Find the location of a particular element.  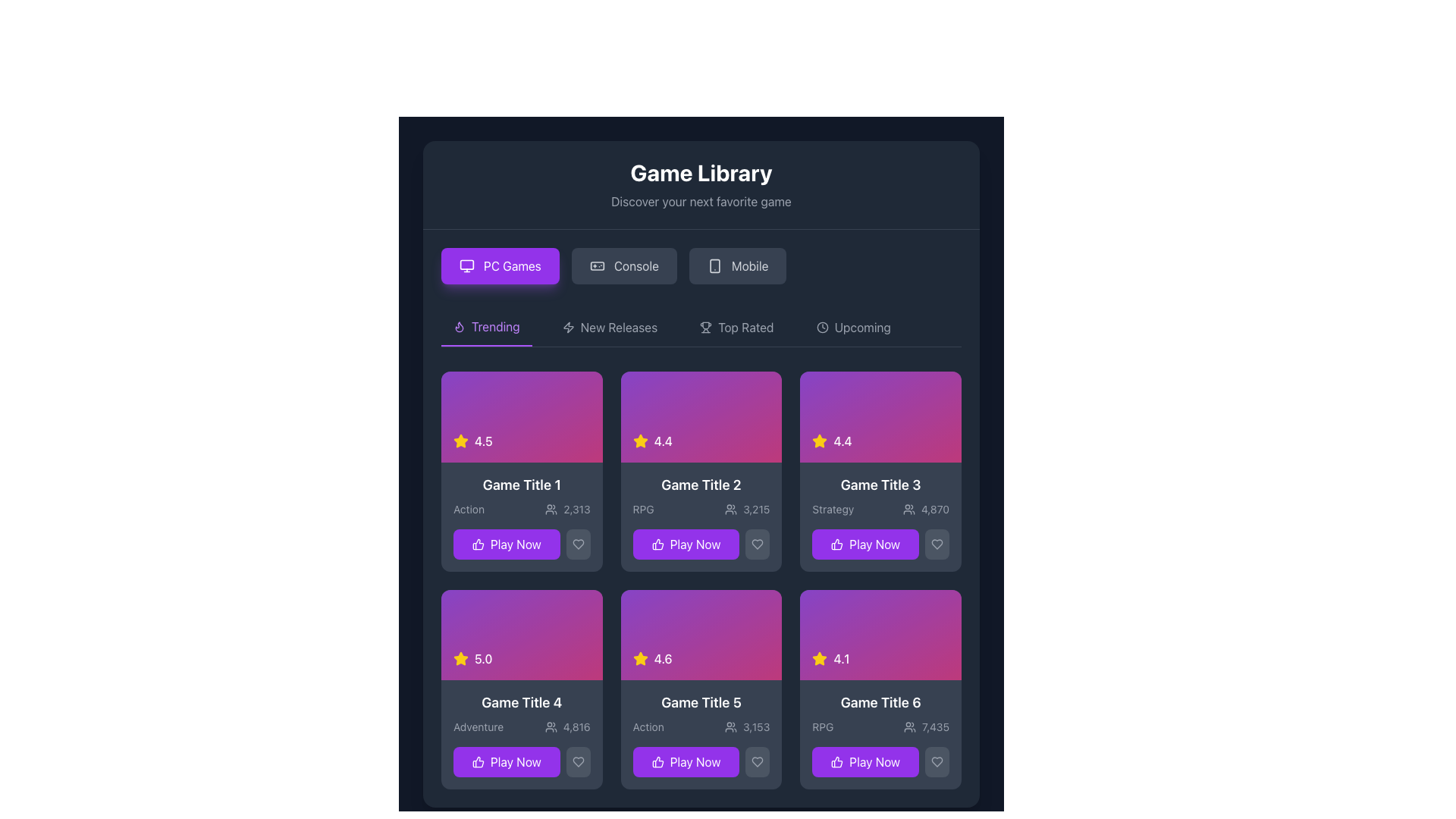

the 'Console' icon located in the segmented control beneath the 'Game Library' title is located at coordinates (596, 265).